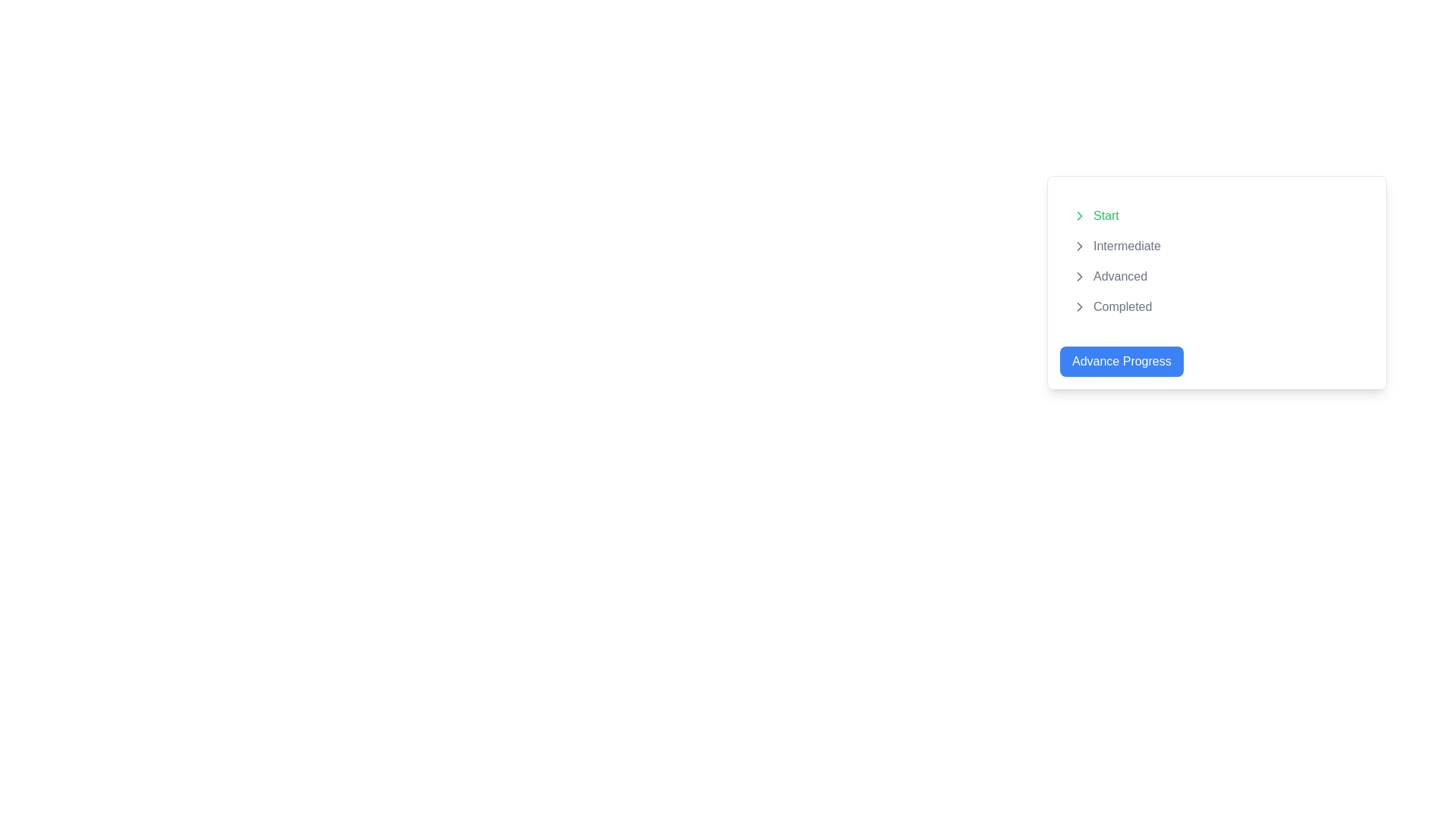 The image size is (1456, 819). What do you see at coordinates (1106, 216) in the screenshot?
I see `the 'Start' text label, which displays in green and is positioned near the top-left corner of the menu layout, following an icon in a vertically stacked list` at bounding box center [1106, 216].